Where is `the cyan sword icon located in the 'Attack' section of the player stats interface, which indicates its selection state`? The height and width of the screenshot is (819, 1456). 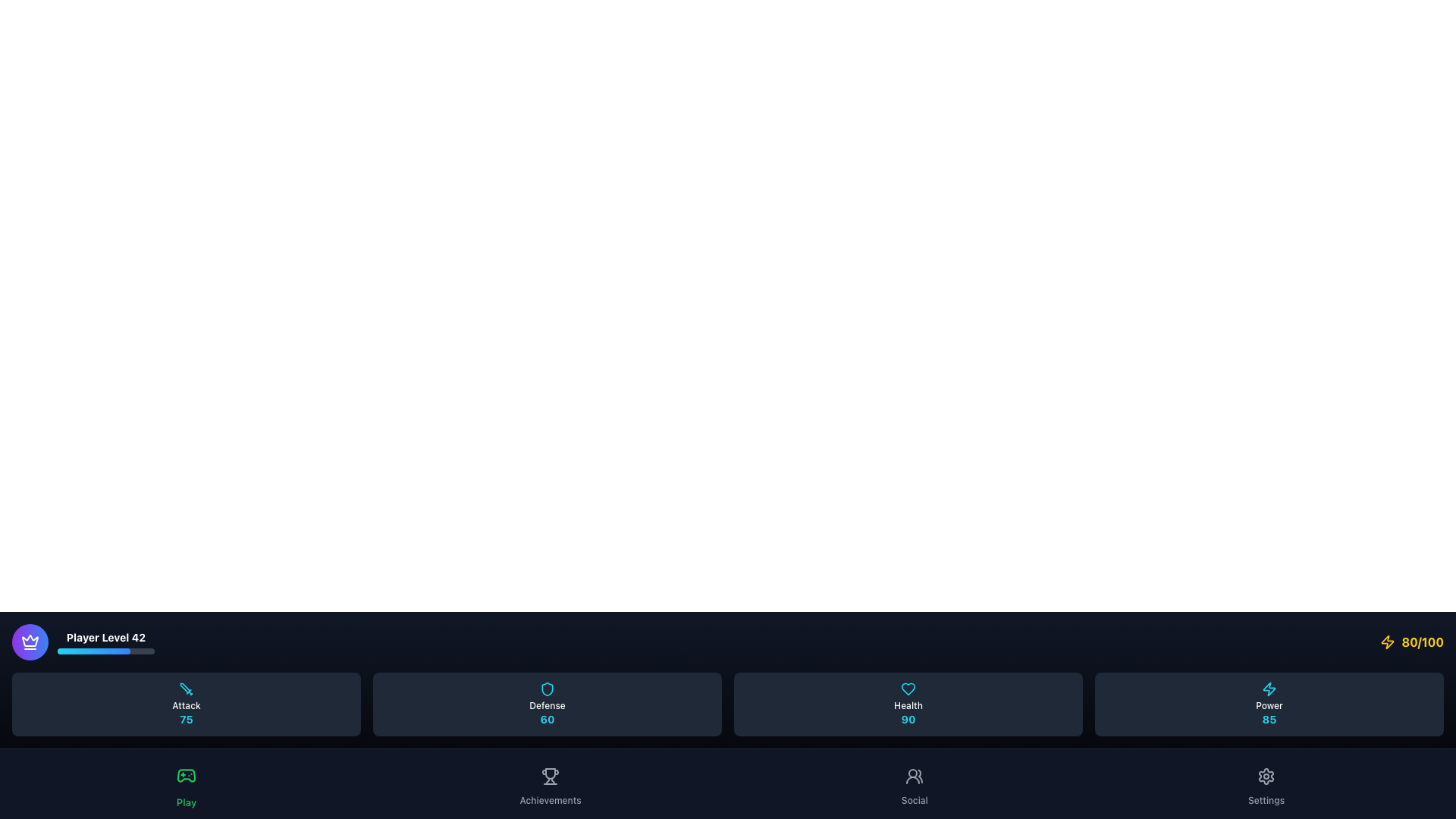 the cyan sword icon located in the 'Attack' section of the player stats interface, which indicates its selection state is located at coordinates (184, 688).